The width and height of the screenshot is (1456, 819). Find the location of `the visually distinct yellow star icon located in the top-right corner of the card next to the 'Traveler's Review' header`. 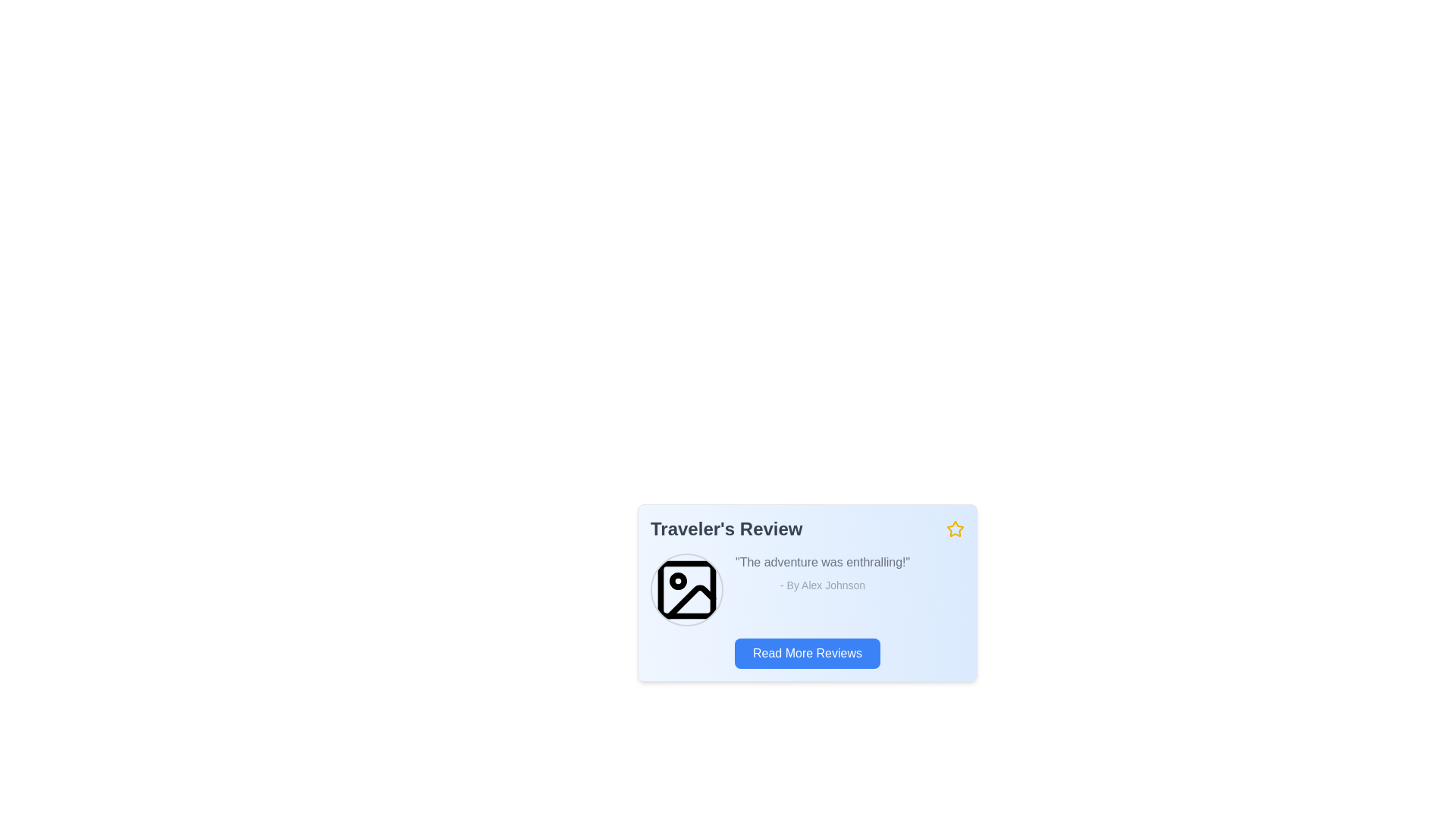

the visually distinct yellow star icon located in the top-right corner of the card next to the 'Traveler's Review' header is located at coordinates (954, 529).